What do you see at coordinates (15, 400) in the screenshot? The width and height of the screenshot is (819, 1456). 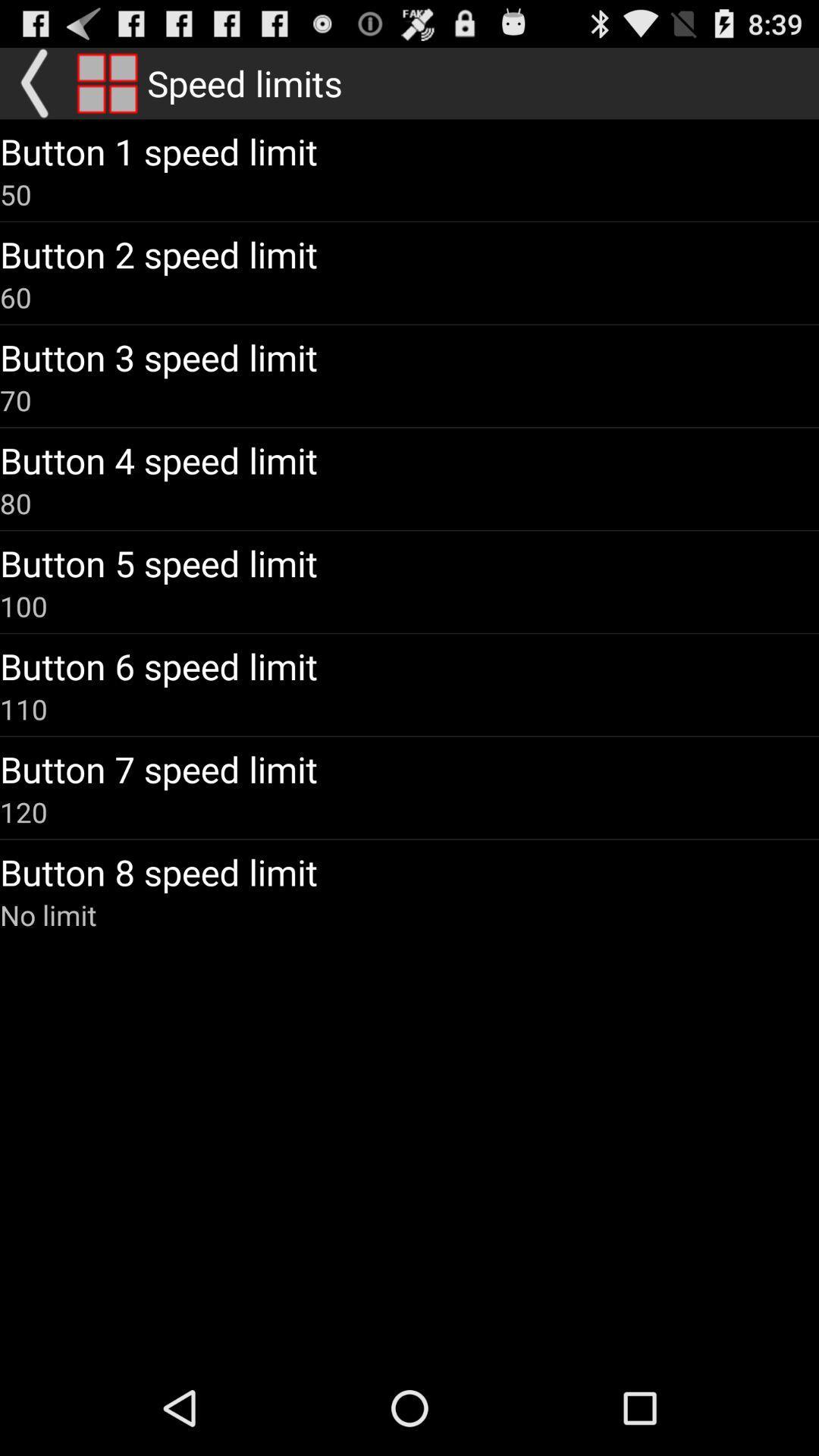 I see `the 70 item` at bounding box center [15, 400].